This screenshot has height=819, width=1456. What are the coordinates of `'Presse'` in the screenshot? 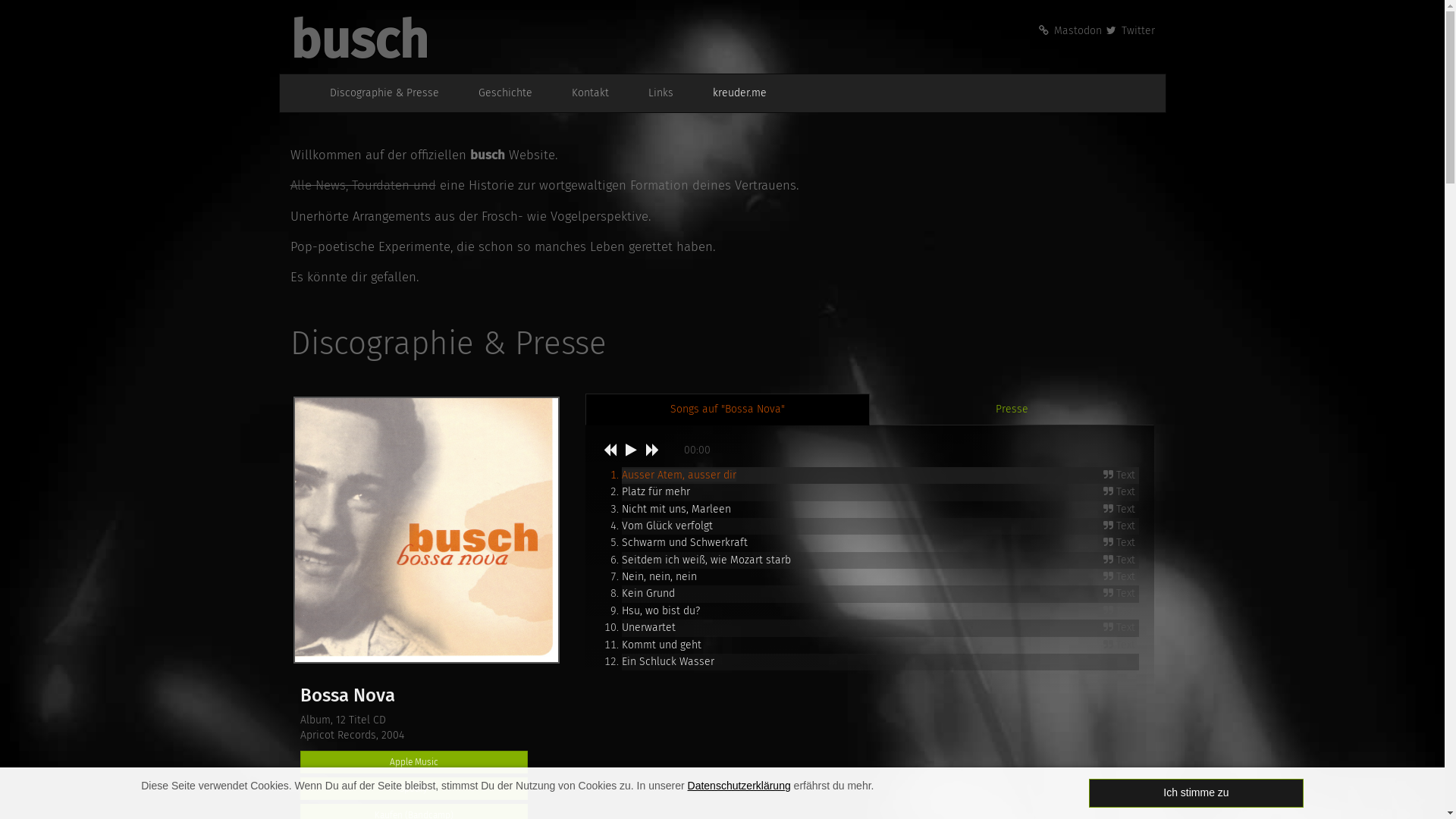 It's located at (1012, 409).